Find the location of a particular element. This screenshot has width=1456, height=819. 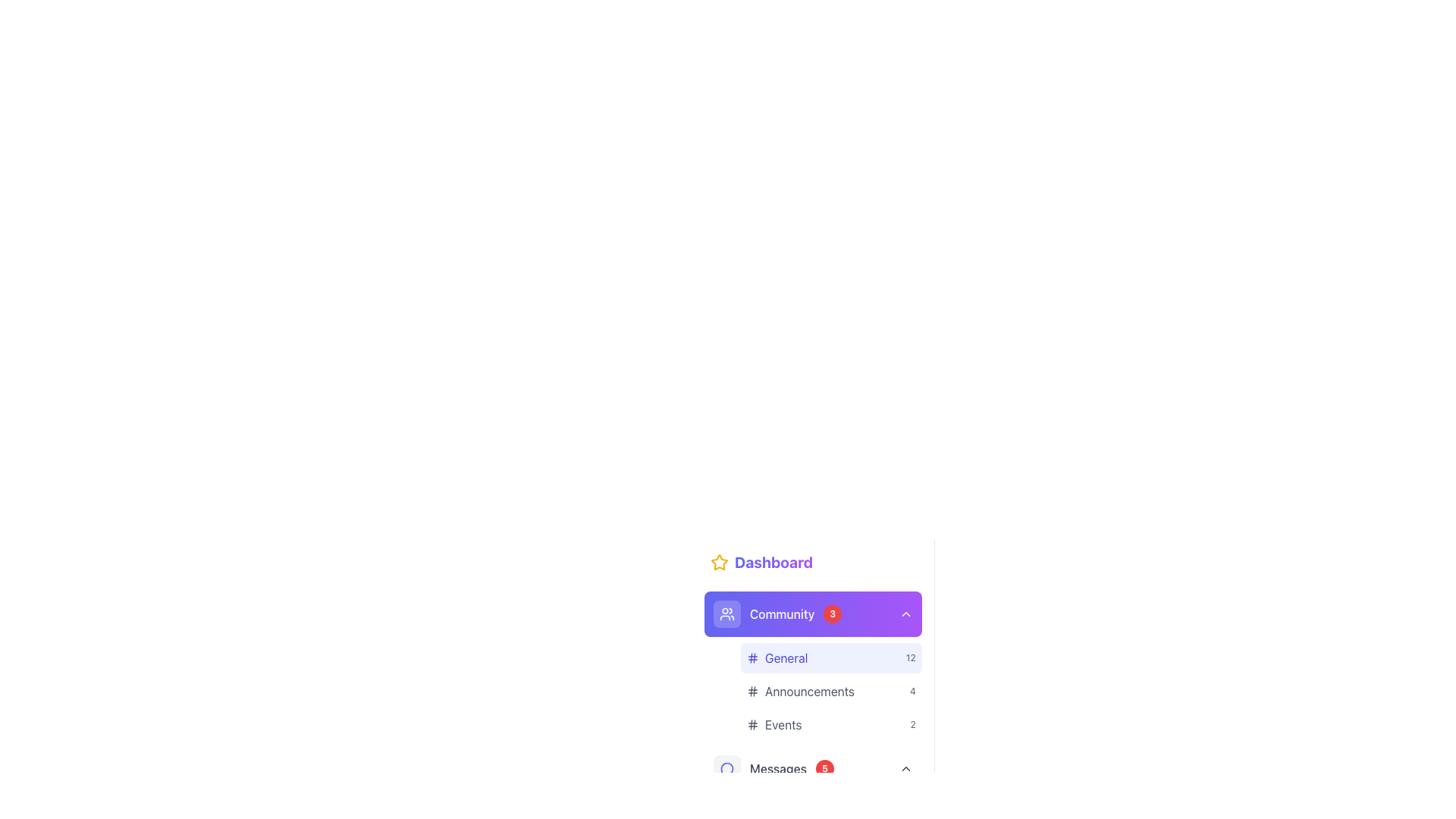

the hashtag icon located to the left of the text in the 'Announcements' section is located at coordinates (753, 691).